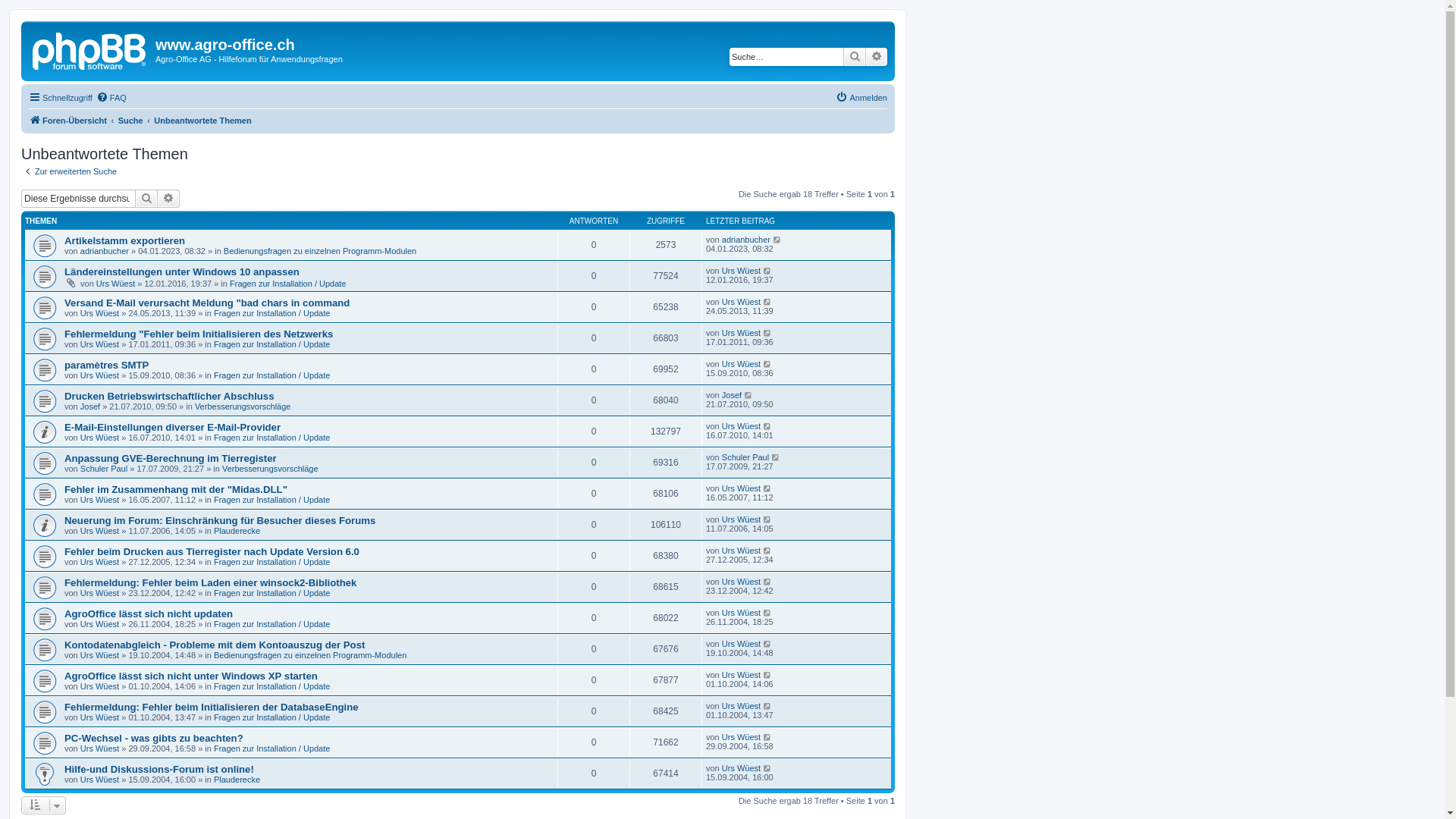  What do you see at coordinates (79, 250) in the screenshot?
I see `'adrianbucher'` at bounding box center [79, 250].